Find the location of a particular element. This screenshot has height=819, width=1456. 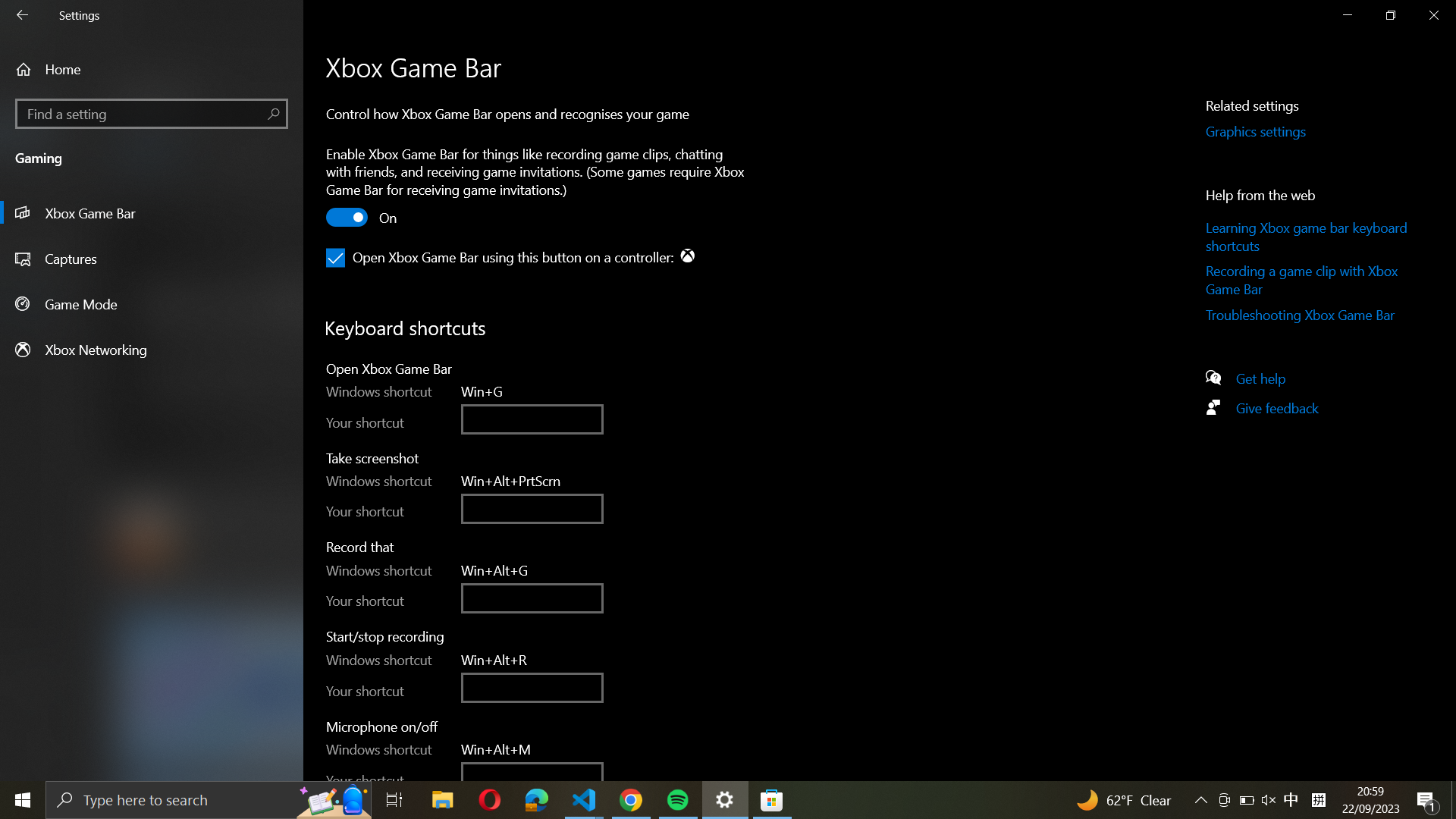

the Xbox Game Bar Keyboard Shortcuts tutorial page is located at coordinates (1308, 237).